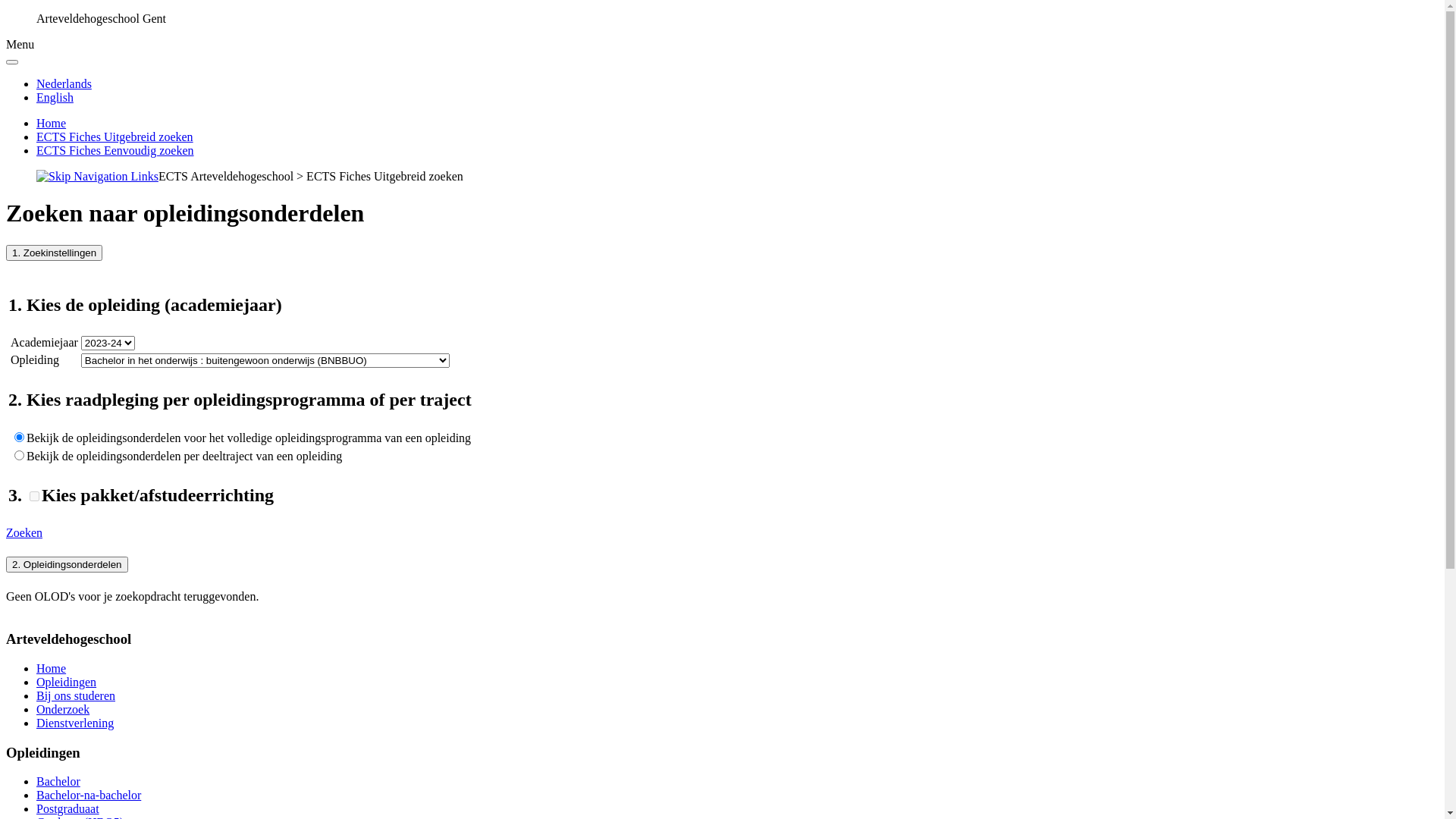 This screenshot has height=819, width=1456. Describe the element at coordinates (115, 150) in the screenshot. I see `'ECTS Fiches Eenvoudig zoeken'` at that location.